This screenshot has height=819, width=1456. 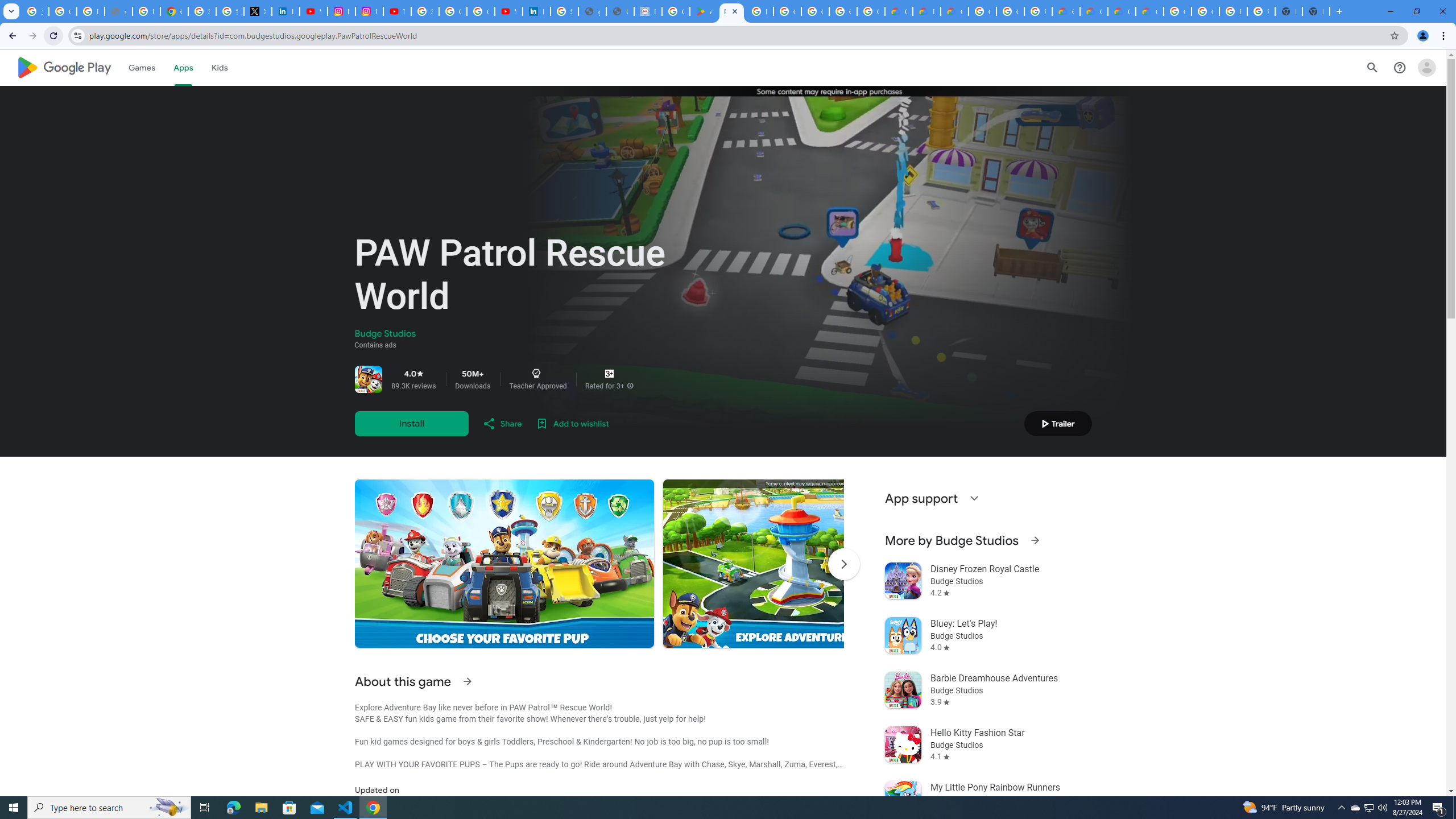 I want to click on 'Install', so click(x=411, y=423).